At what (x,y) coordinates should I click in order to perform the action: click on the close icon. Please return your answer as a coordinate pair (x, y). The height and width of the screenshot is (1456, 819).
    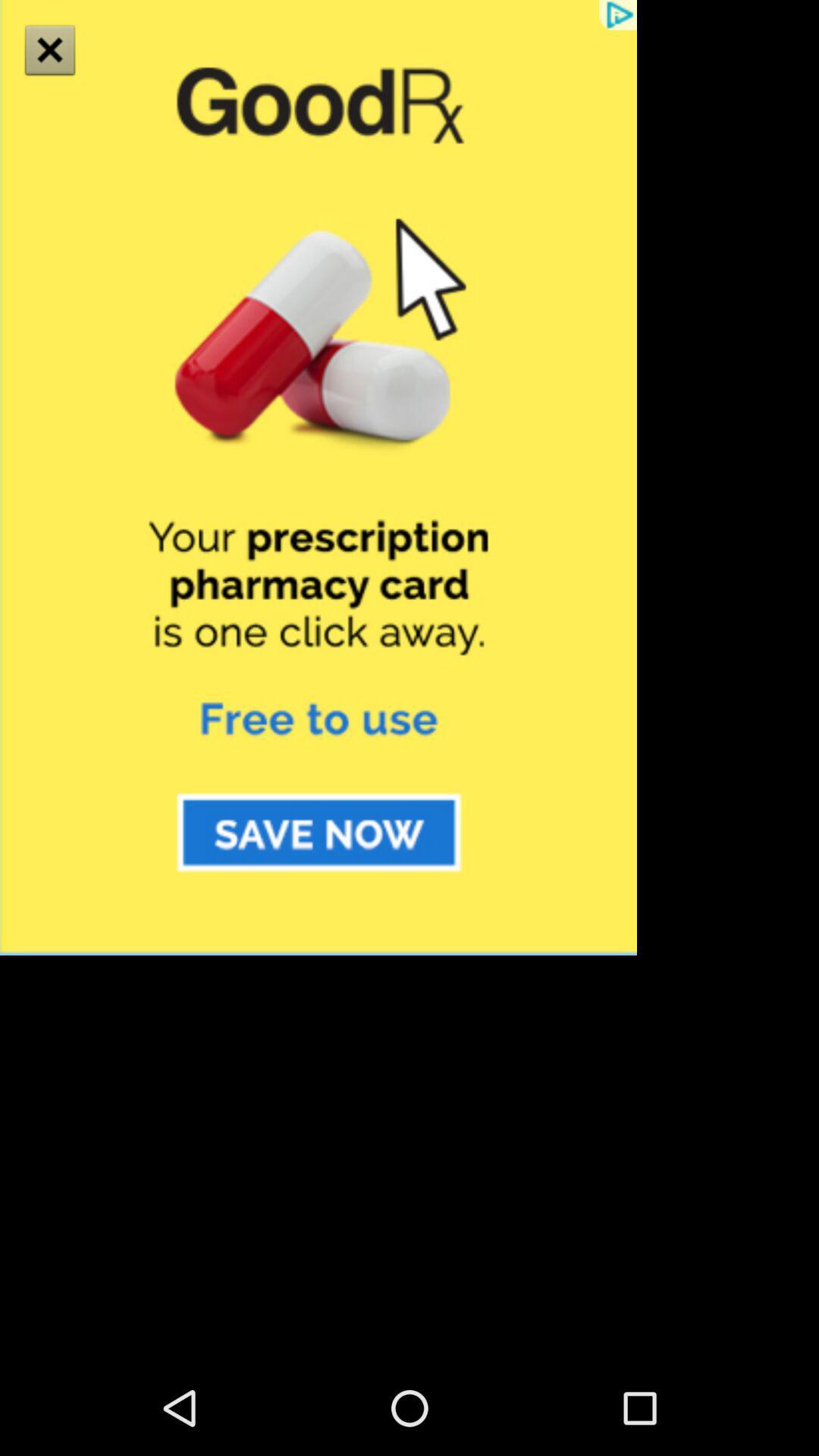
    Looking at the image, I should click on (49, 53).